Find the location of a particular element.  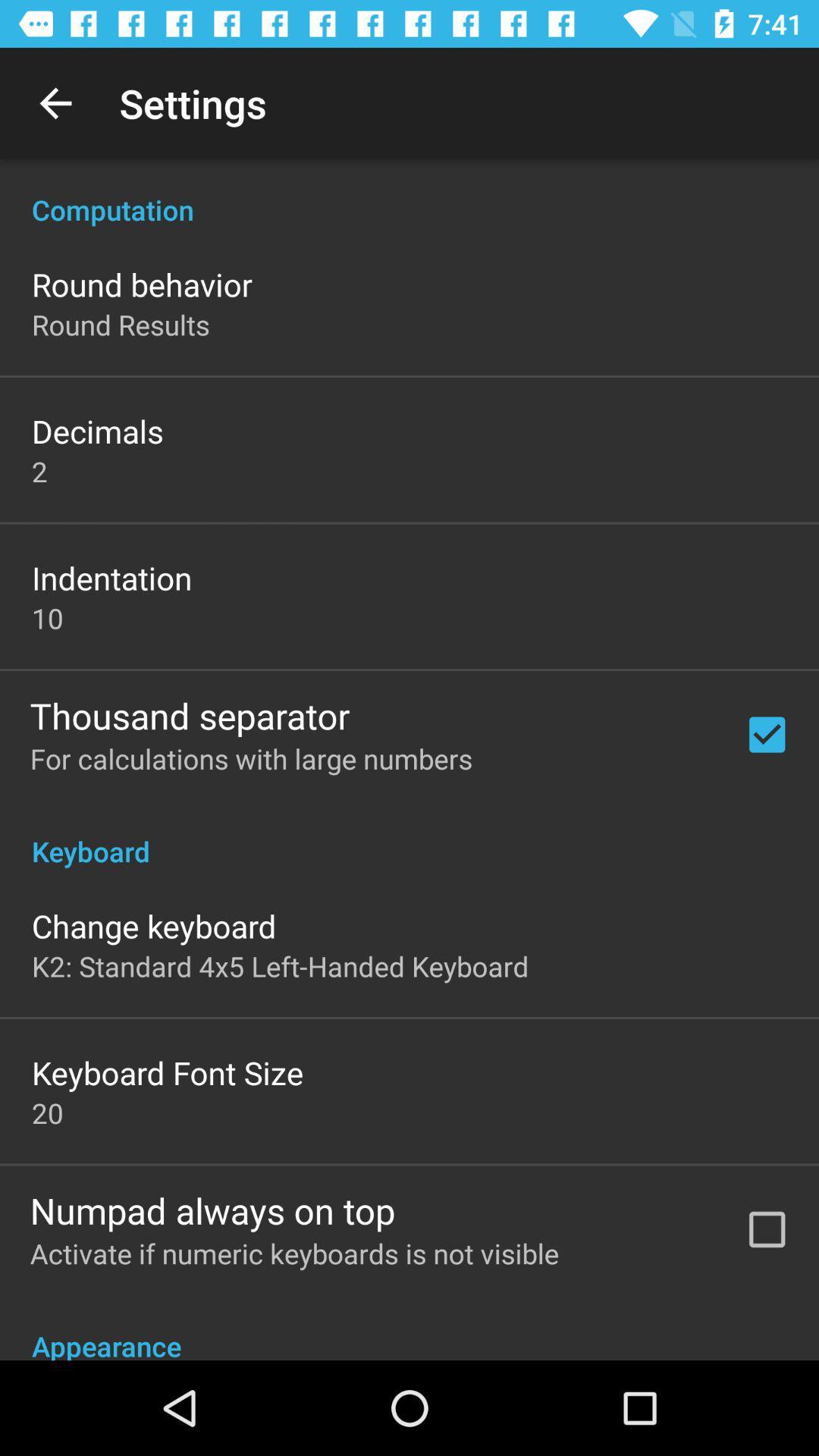

the app below the thousand separator item is located at coordinates (250, 758).